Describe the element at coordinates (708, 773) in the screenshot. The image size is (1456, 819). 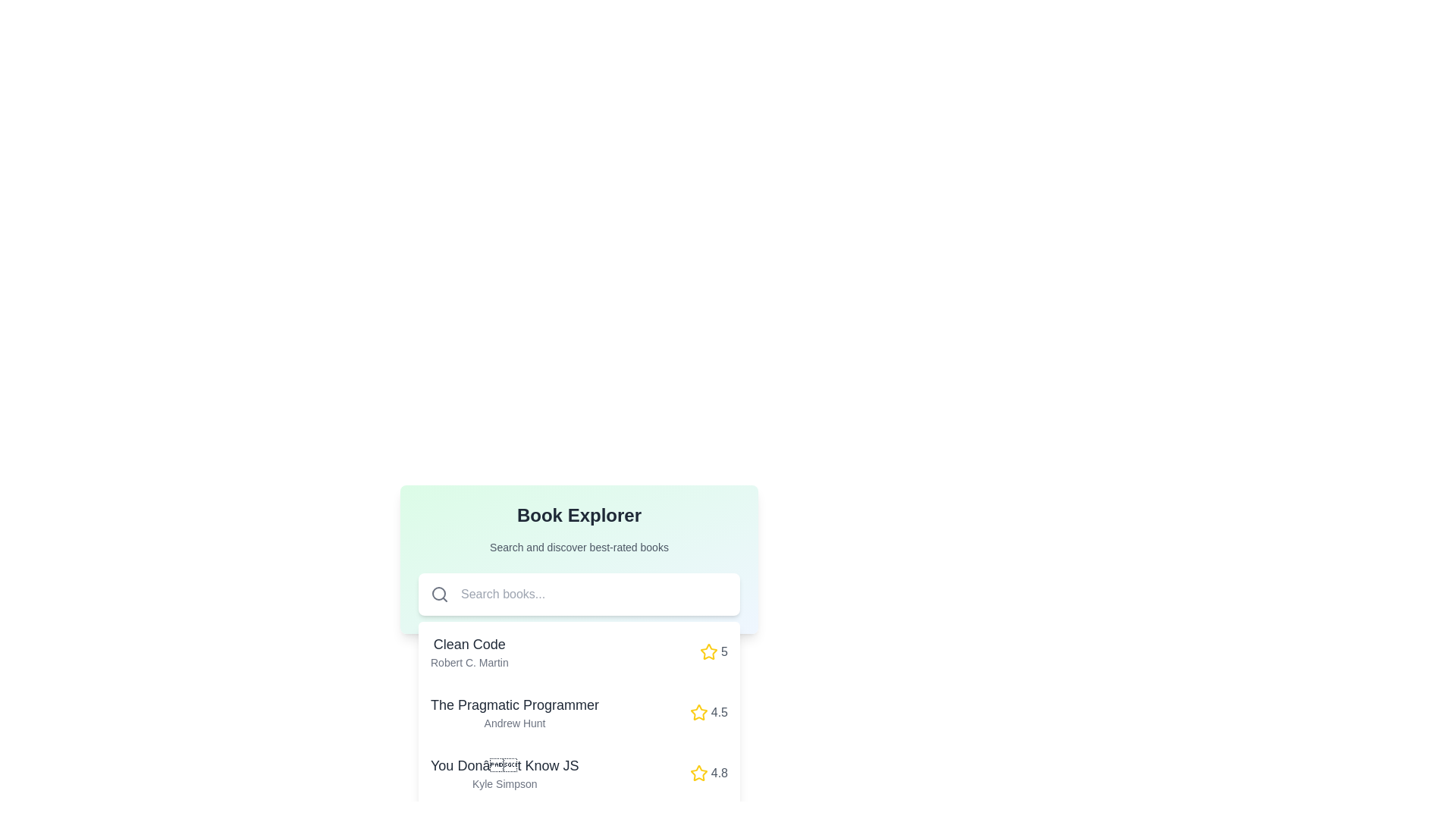
I see `rating value displayed by the yellow star icon and numeric text '4.8' in gray font, located in the lower right corner of the list item for the book 'You Don’t Know JS' by Kyle Simpson` at that location.